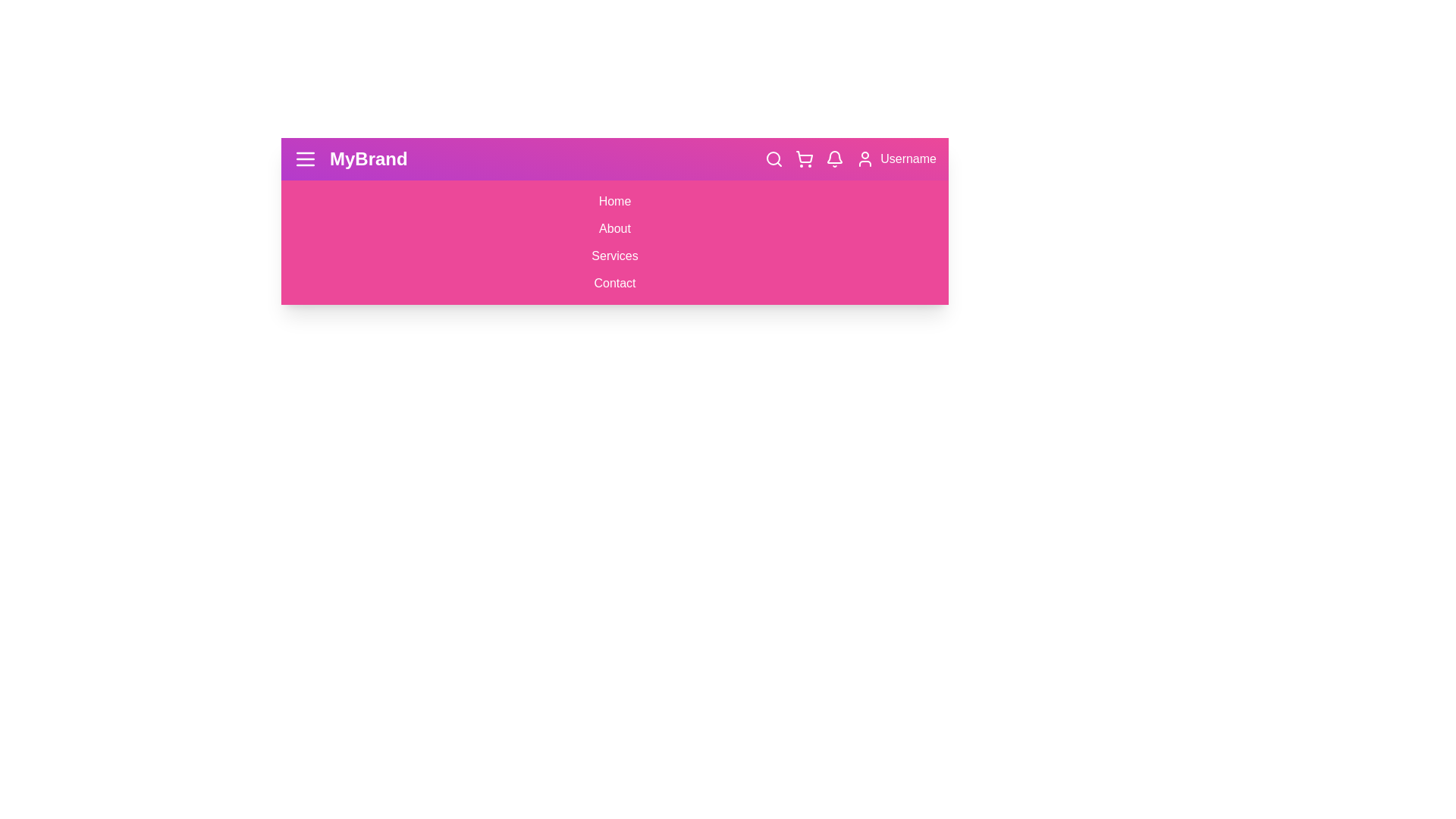 The height and width of the screenshot is (819, 1456). I want to click on the menu button to toggle the visibility of the menu, so click(305, 158).